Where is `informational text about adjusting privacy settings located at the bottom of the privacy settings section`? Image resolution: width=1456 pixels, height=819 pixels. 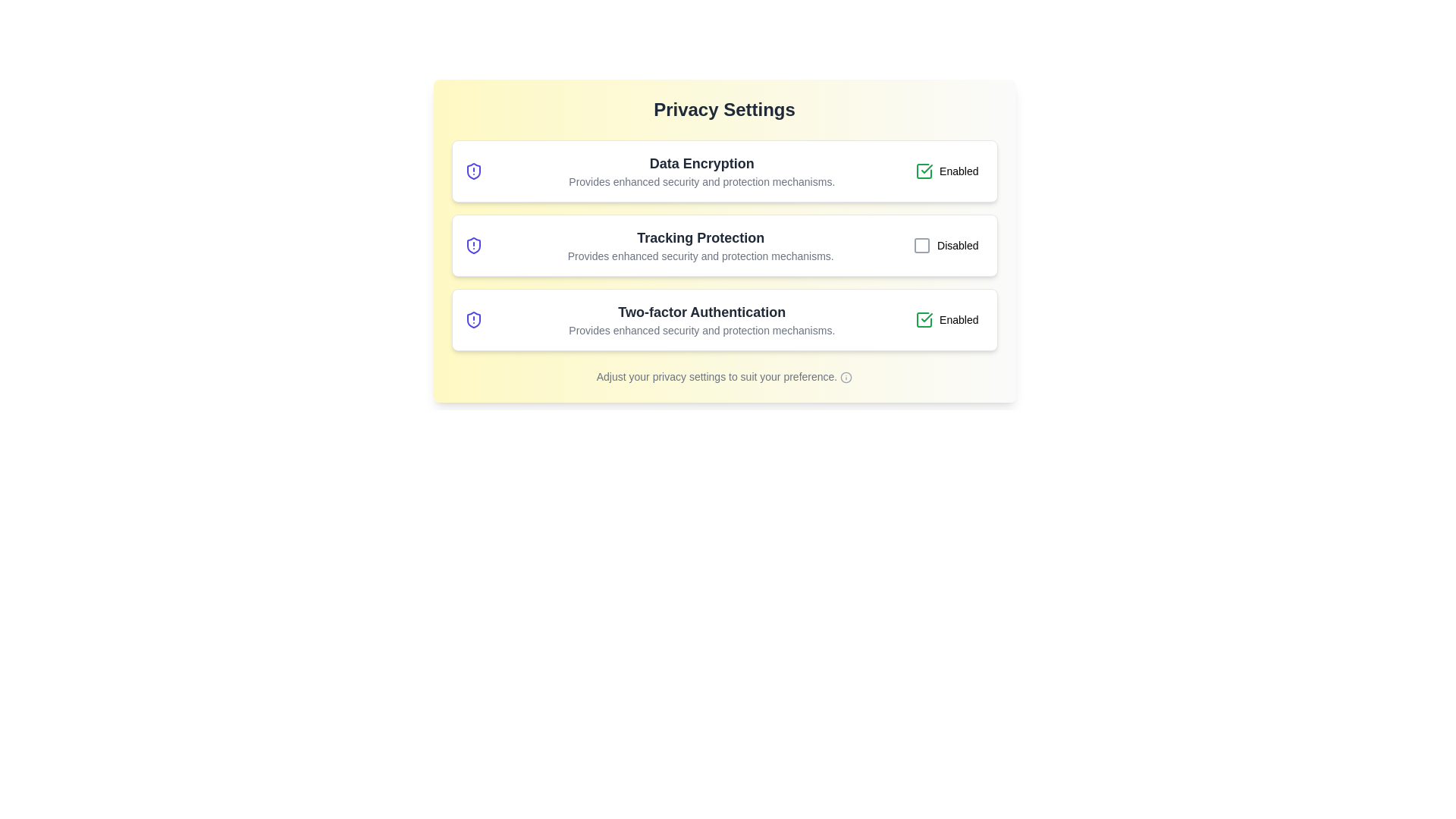 informational text about adjusting privacy settings located at the bottom of the privacy settings section is located at coordinates (723, 376).